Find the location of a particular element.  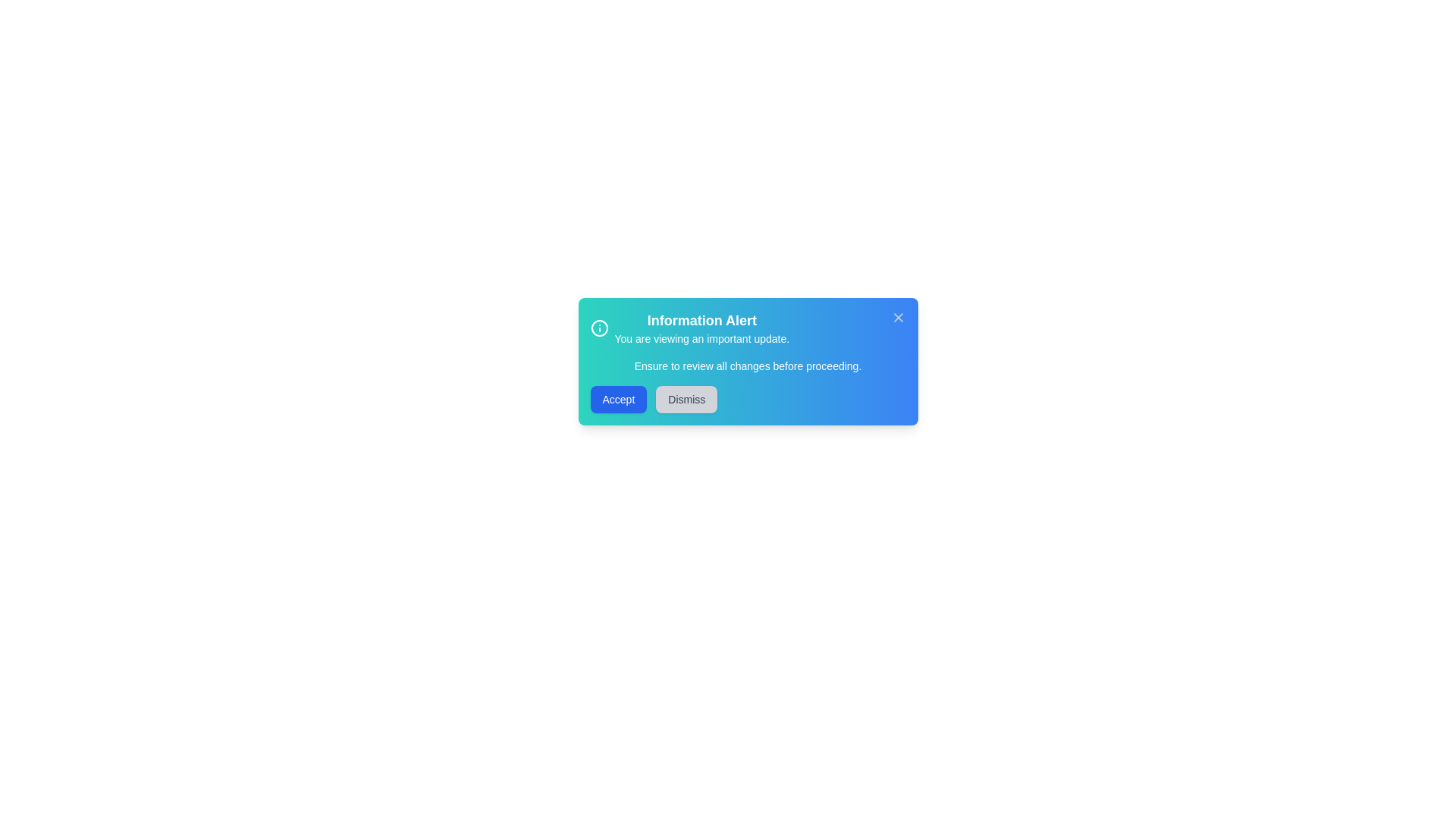

the 'Dismiss' button to dismiss the alert is located at coordinates (686, 399).